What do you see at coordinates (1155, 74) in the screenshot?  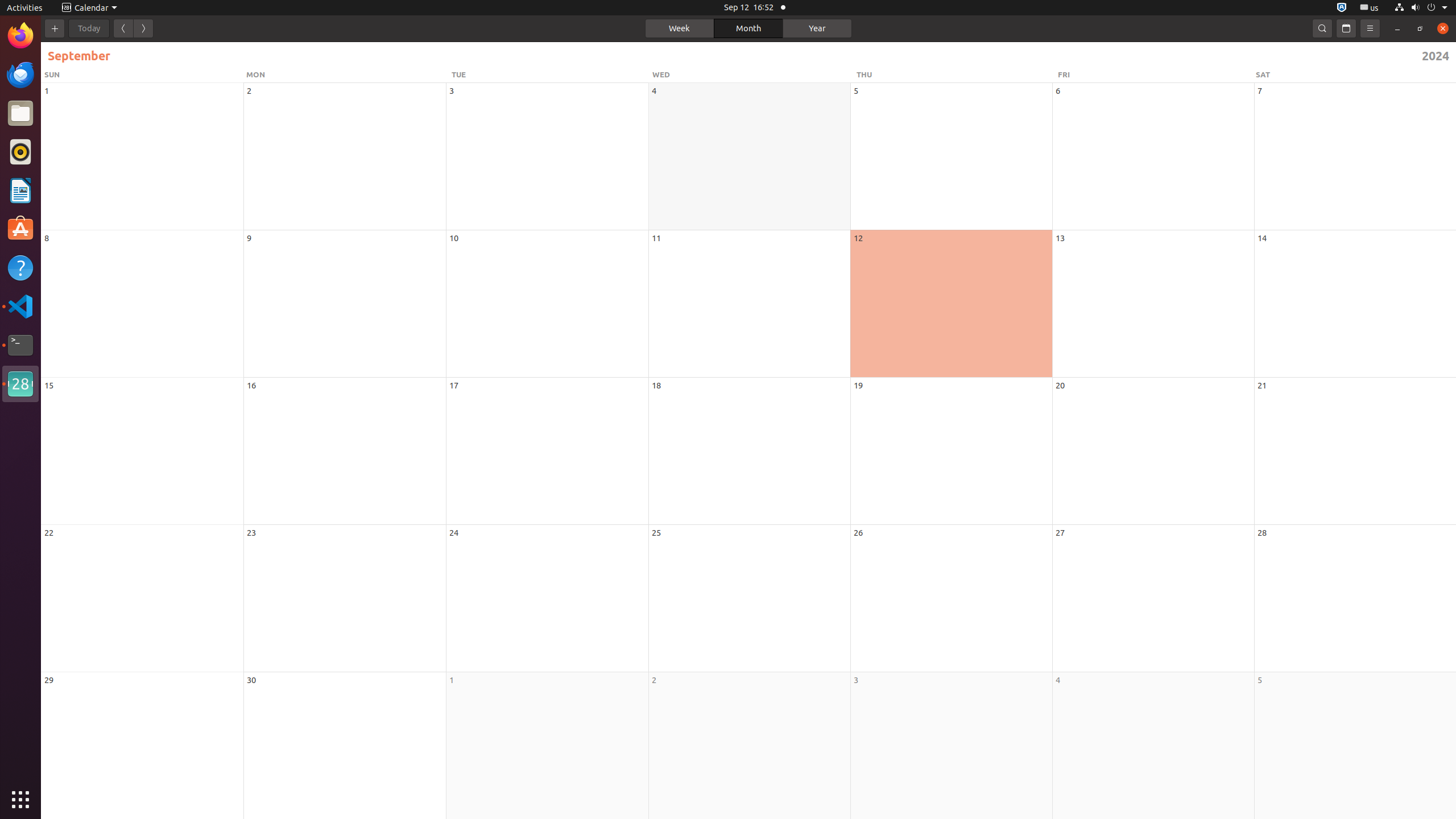 I see `'FRI'` at bounding box center [1155, 74].